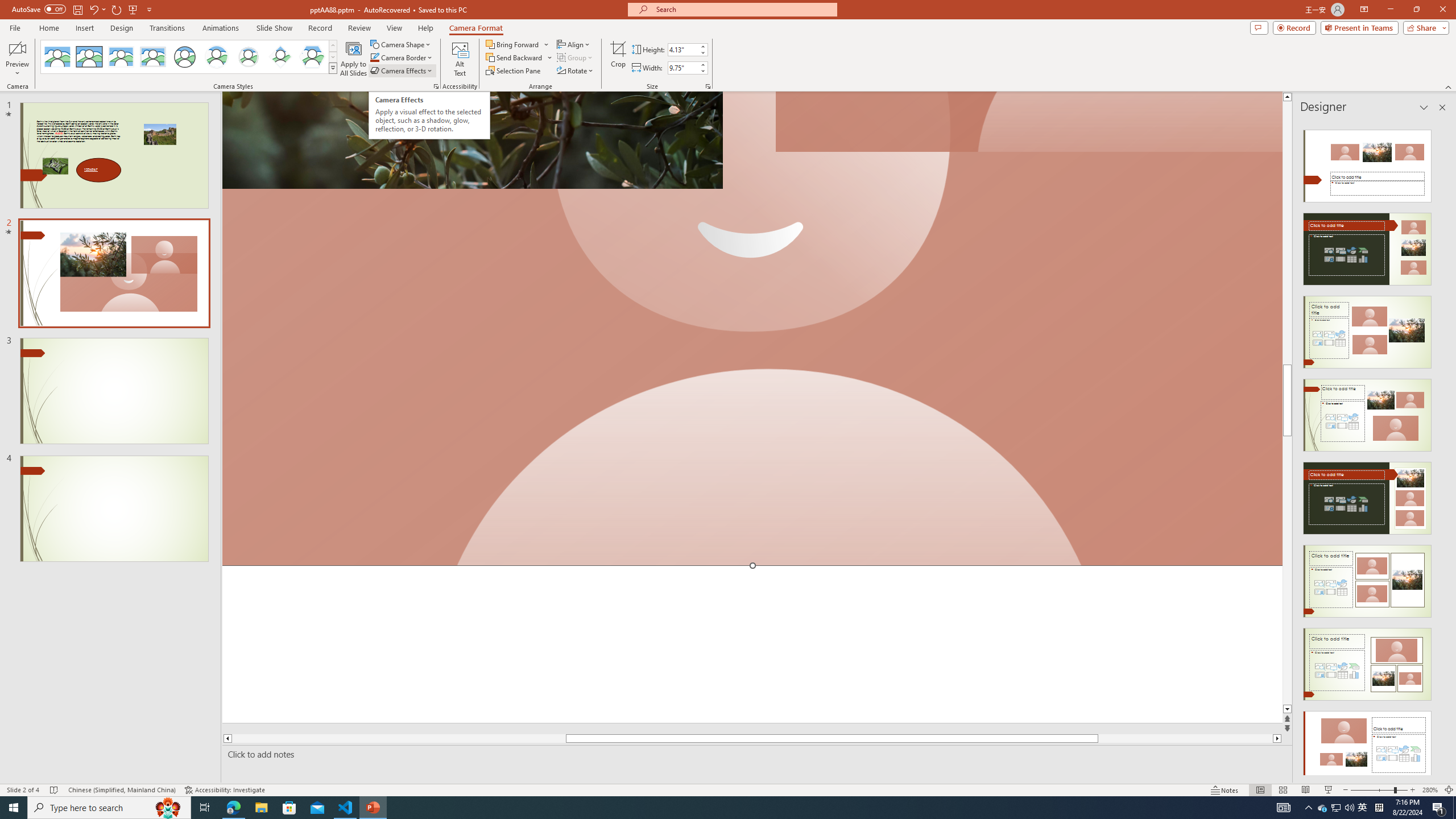  What do you see at coordinates (152, 56) in the screenshot?
I see `'Soft Edge Rectangle'` at bounding box center [152, 56].